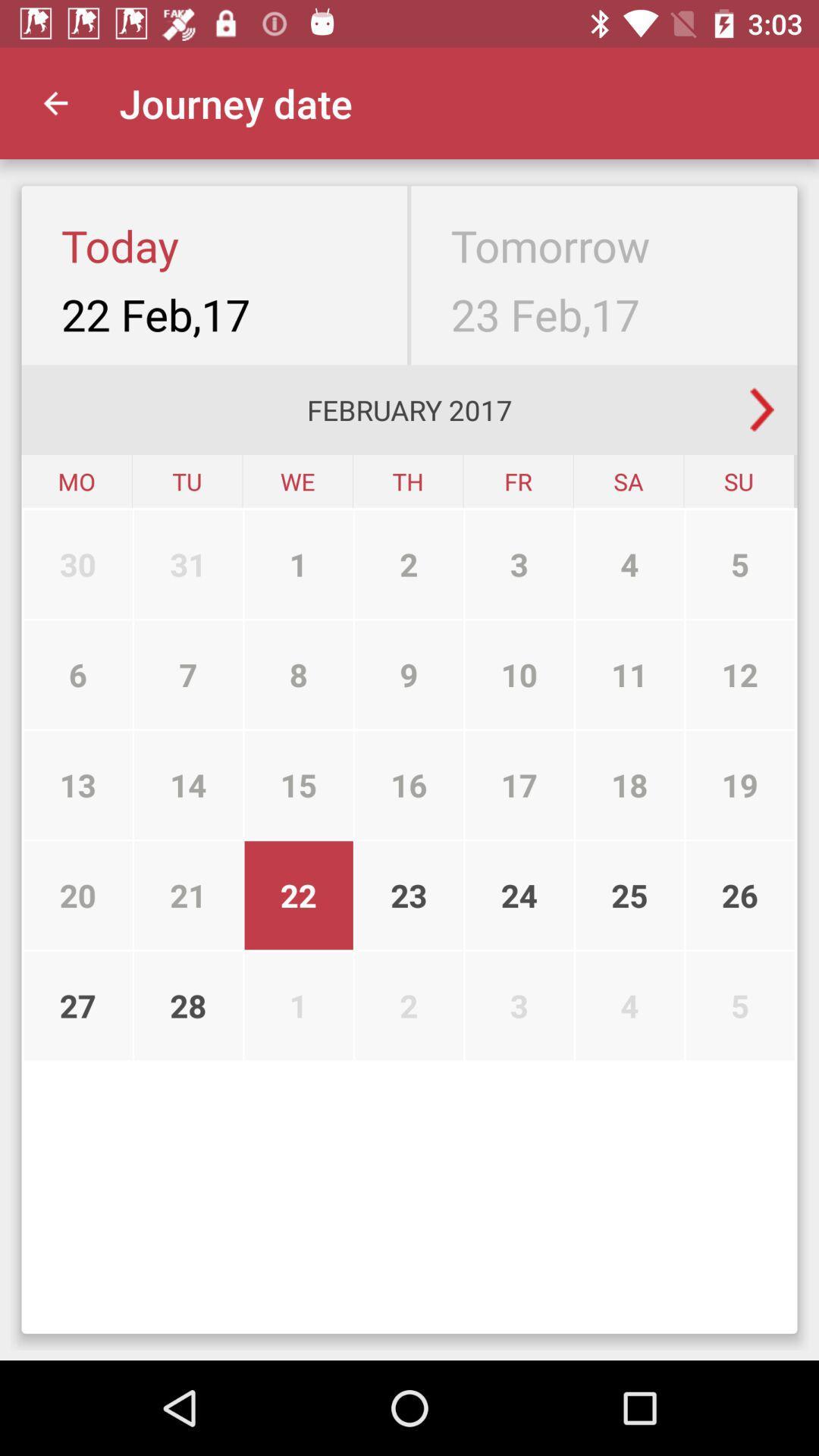 This screenshot has width=819, height=1456. Describe the element at coordinates (187, 673) in the screenshot. I see `icon next to 1 item` at that location.